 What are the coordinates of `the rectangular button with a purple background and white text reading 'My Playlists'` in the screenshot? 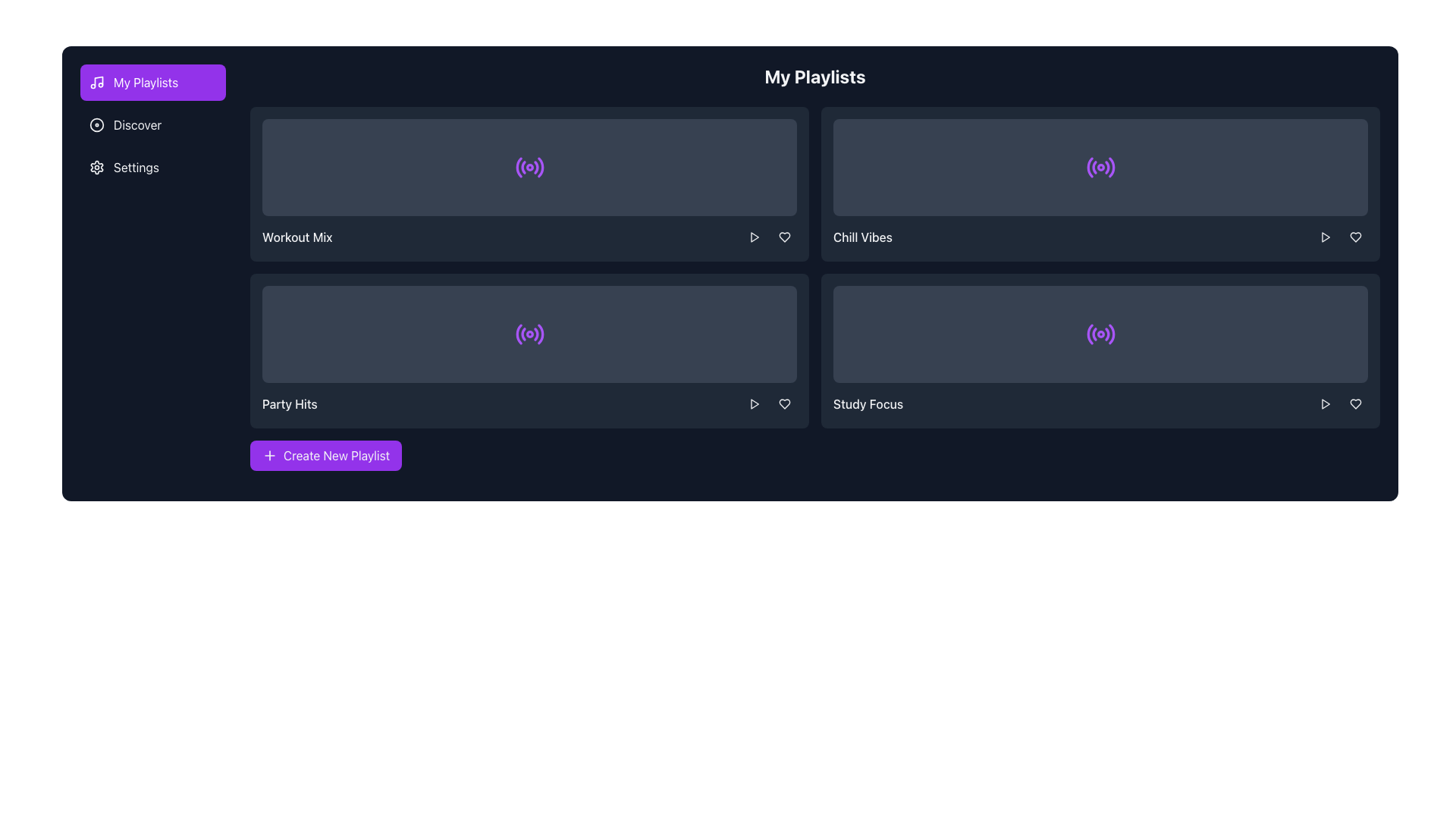 It's located at (152, 82).